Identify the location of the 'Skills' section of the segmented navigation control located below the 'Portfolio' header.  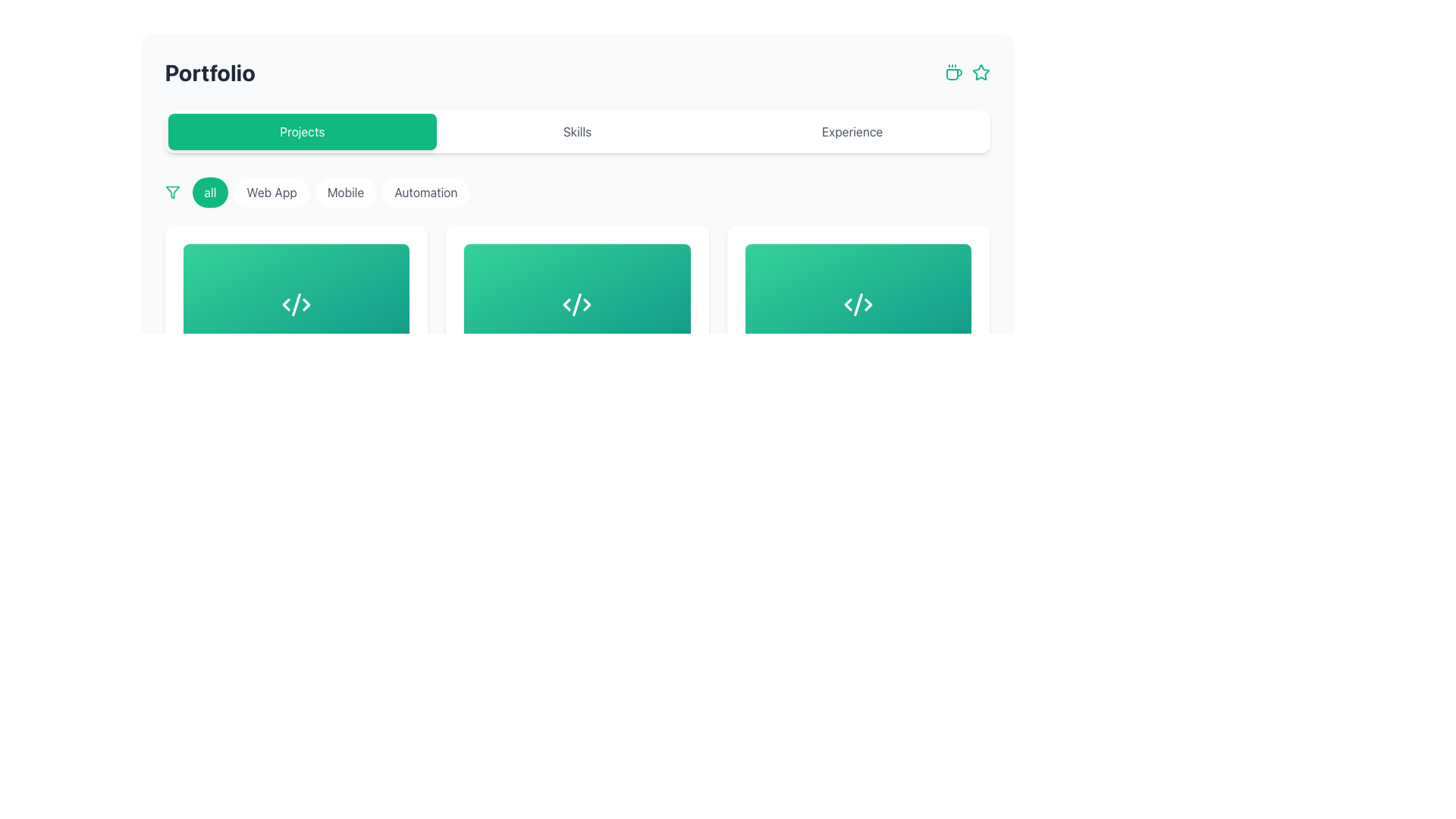
(576, 130).